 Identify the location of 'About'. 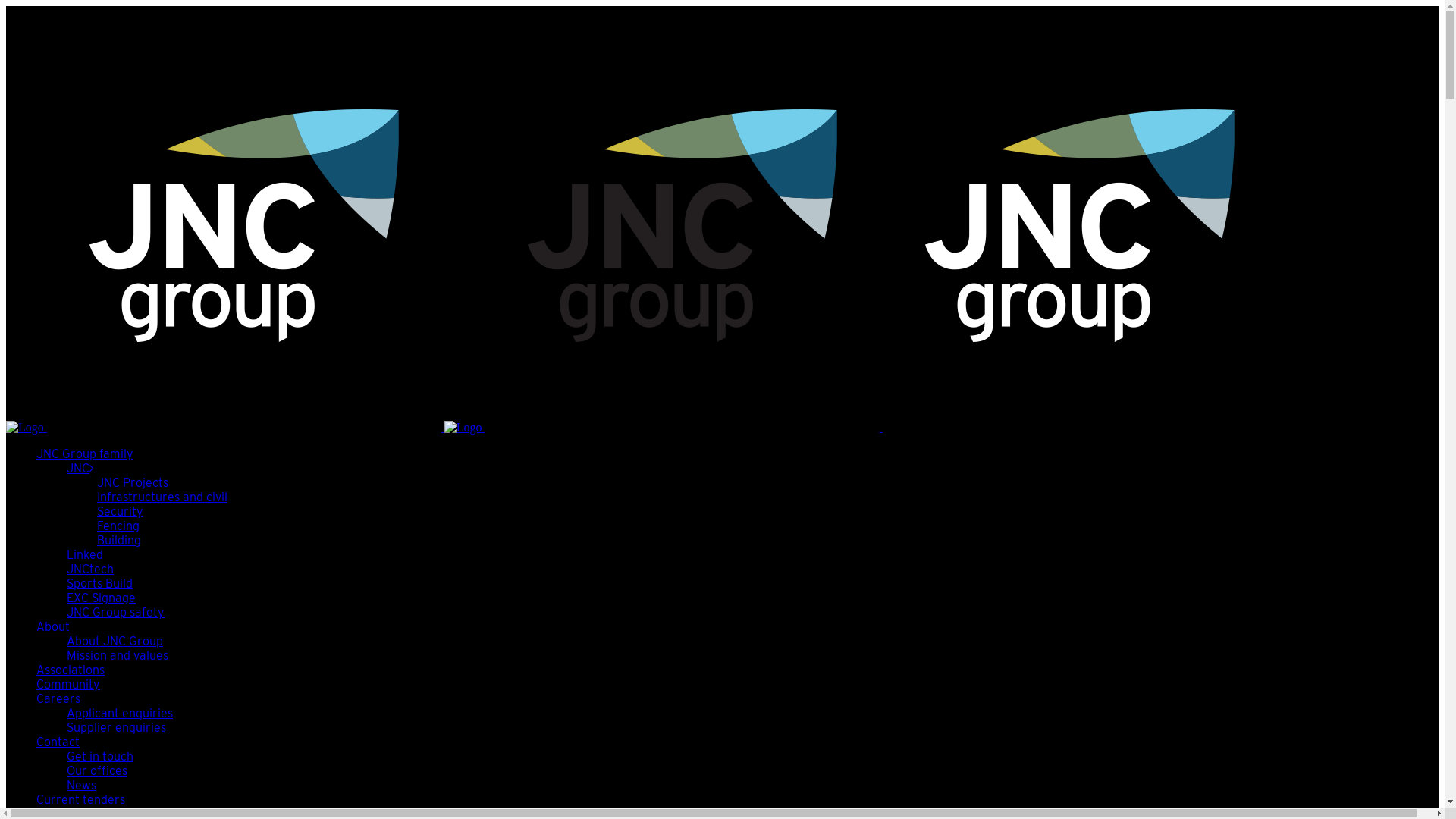
(53, 626).